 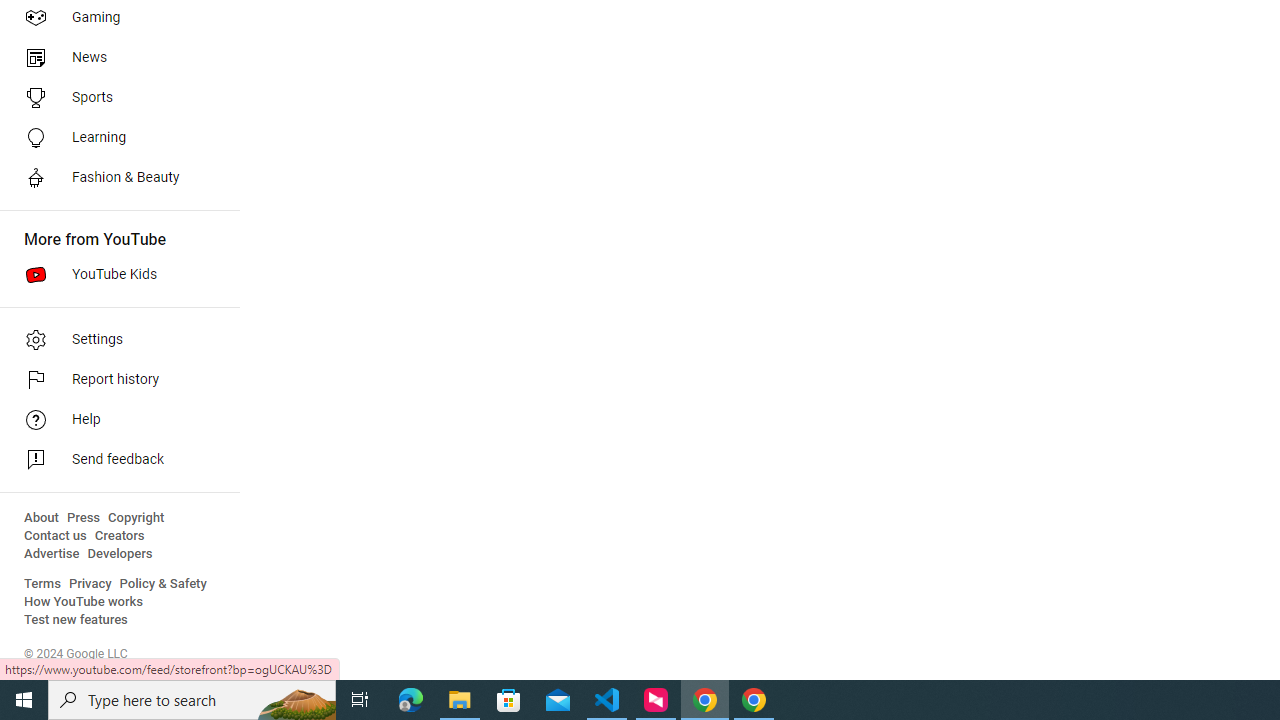 What do you see at coordinates (82, 517) in the screenshot?
I see `'Press'` at bounding box center [82, 517].